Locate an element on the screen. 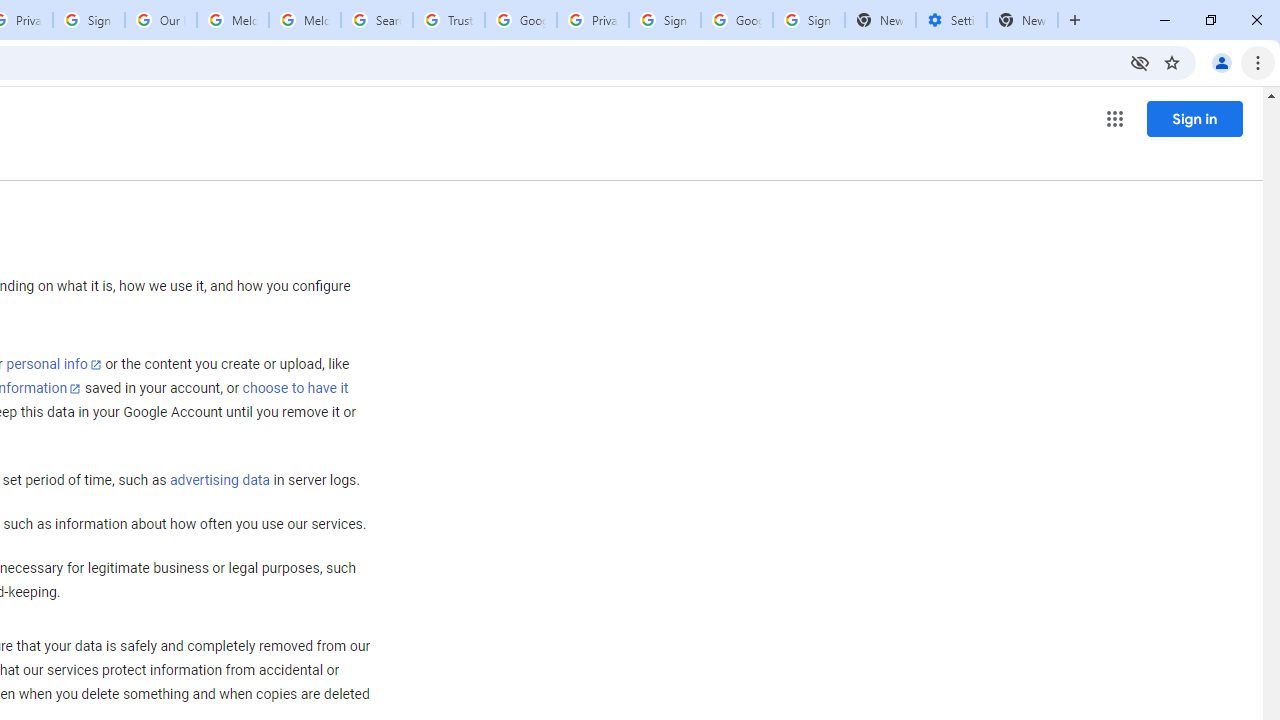 The height and width of the screenshot is (720, 1280). 'Google Cybersecurity Innovations - Google Safety Center' is located at coordinates (736, 20).